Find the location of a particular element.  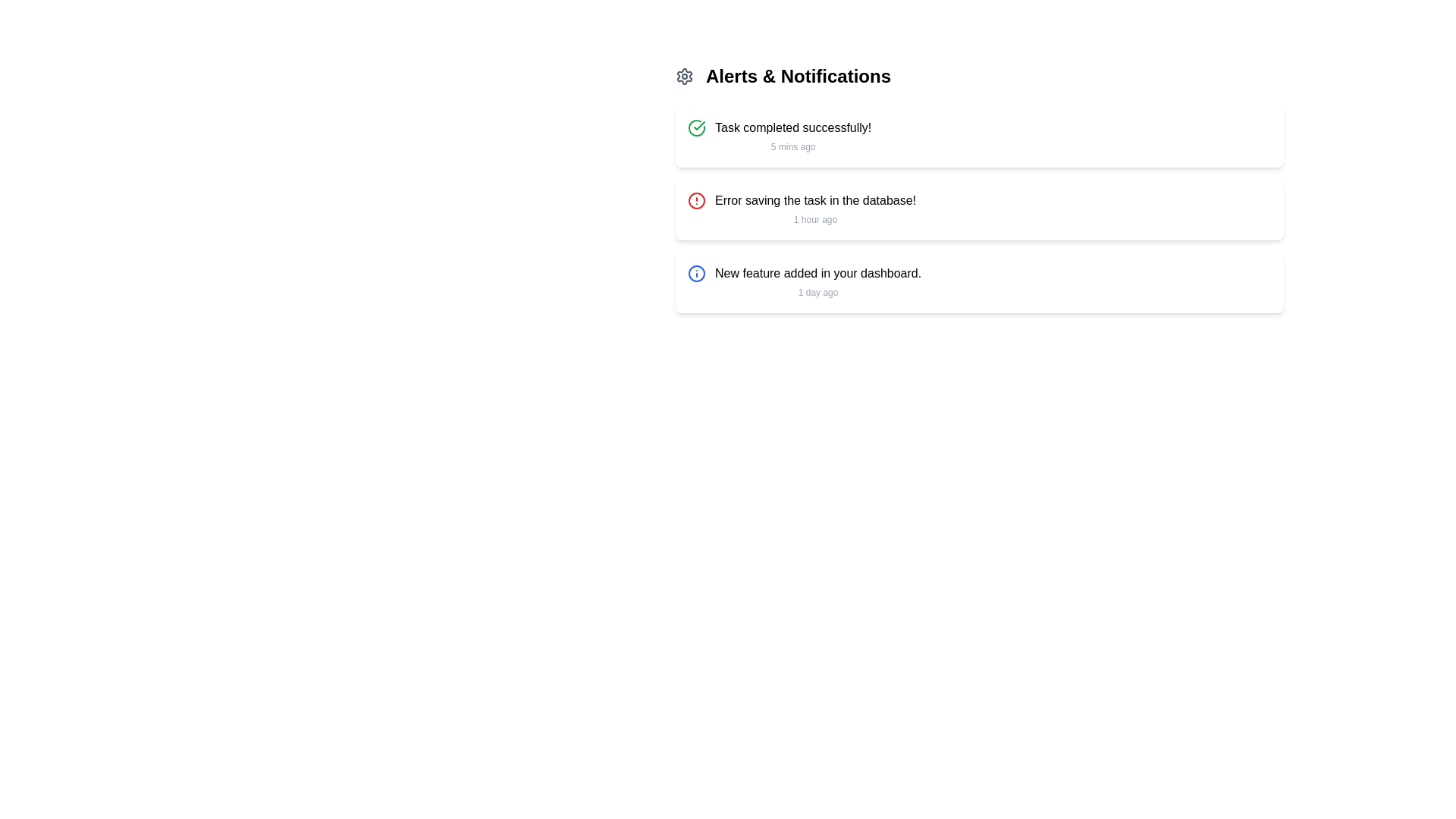

static text notification that states 'New feature added in your dashboard.' located in the bottom-most notification box under the 'Alerts & Notifications' section is located at coordinates (817, 274).